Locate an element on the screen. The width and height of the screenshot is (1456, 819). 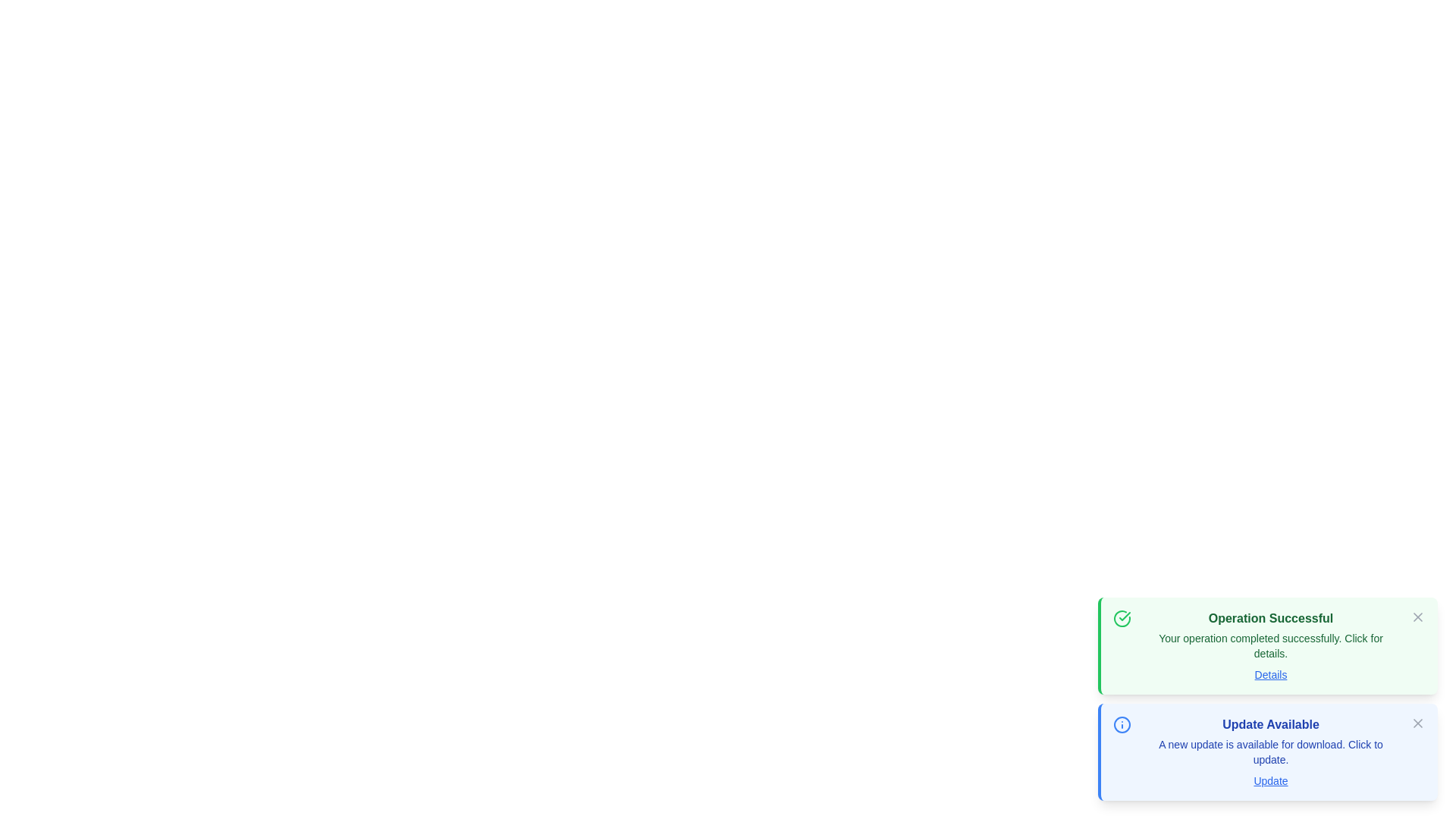
the small cross icon located in the top-right corner of the green notification panel labeled 'Operation Successful' is located at coordinates (1417, 617).